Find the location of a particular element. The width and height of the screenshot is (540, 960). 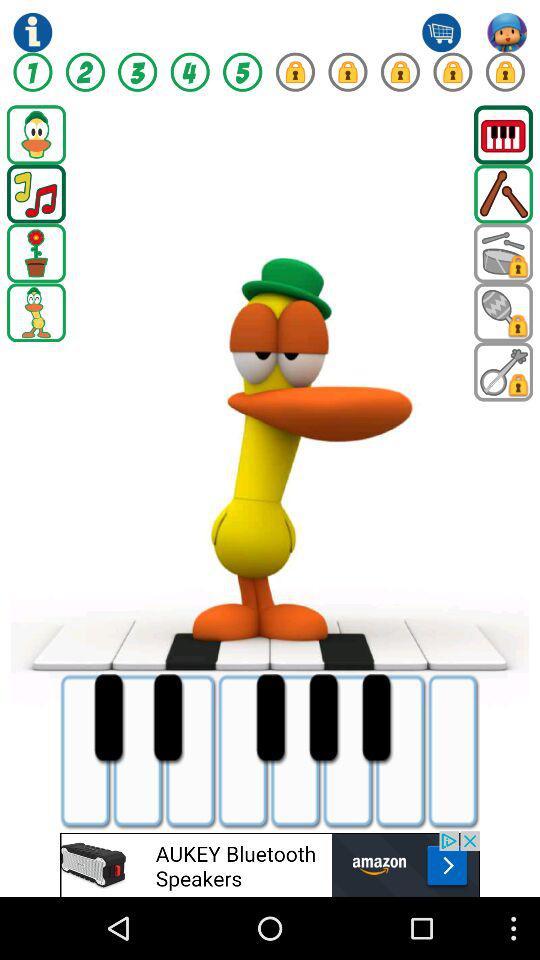

n 3 is located at coordinates (136, 72).